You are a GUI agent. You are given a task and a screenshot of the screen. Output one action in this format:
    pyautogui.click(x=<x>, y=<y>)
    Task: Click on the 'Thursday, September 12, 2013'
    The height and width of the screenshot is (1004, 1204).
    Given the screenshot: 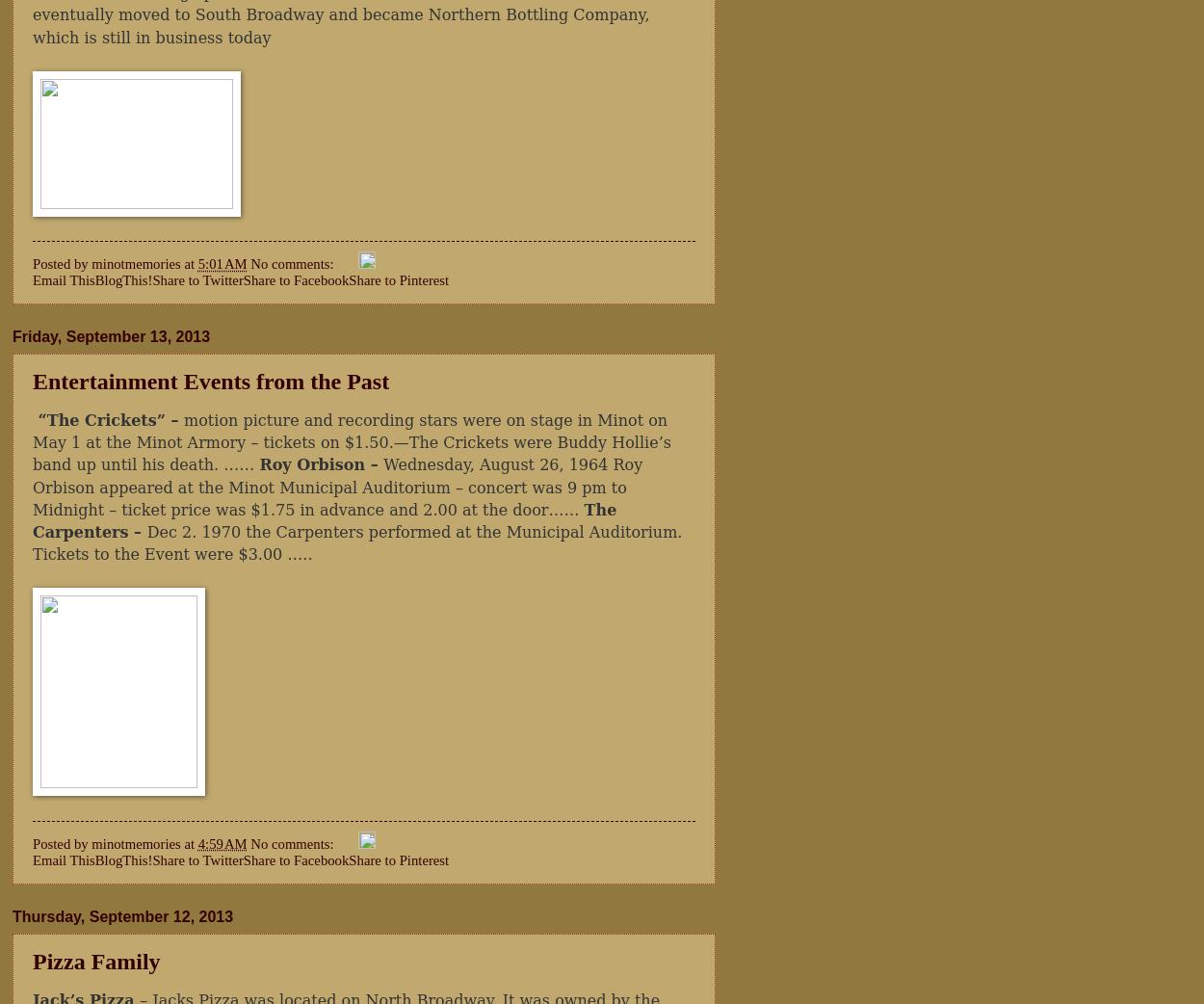 What is the action you would take?
    pyautogui.click(x=122, y=914)
    